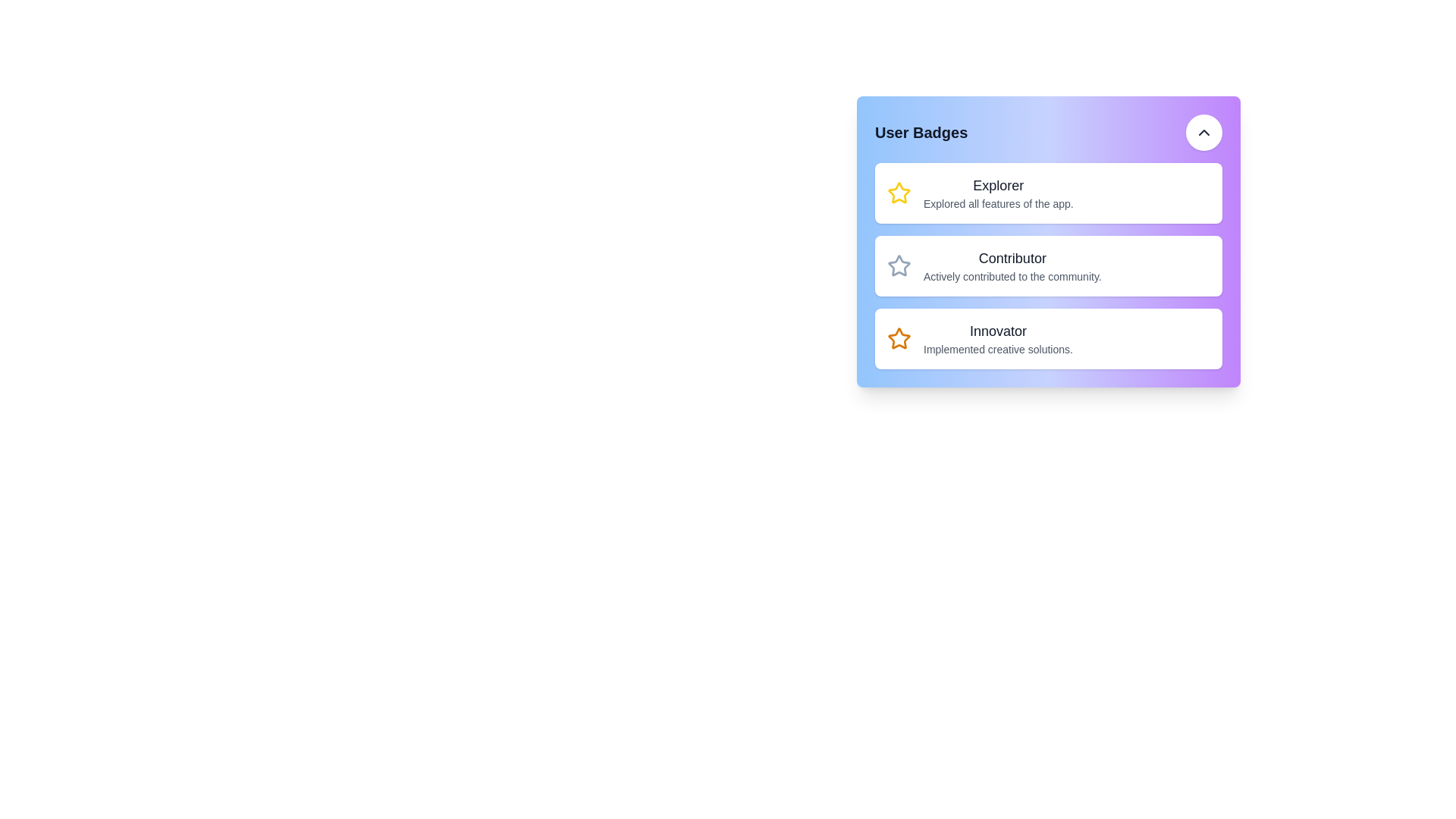 The image size is (1456, 819). I want to click on the star icon located in the left section of the 'Contributor' badge row, adjacent to the text label 'Contributor', so click(899, 265).